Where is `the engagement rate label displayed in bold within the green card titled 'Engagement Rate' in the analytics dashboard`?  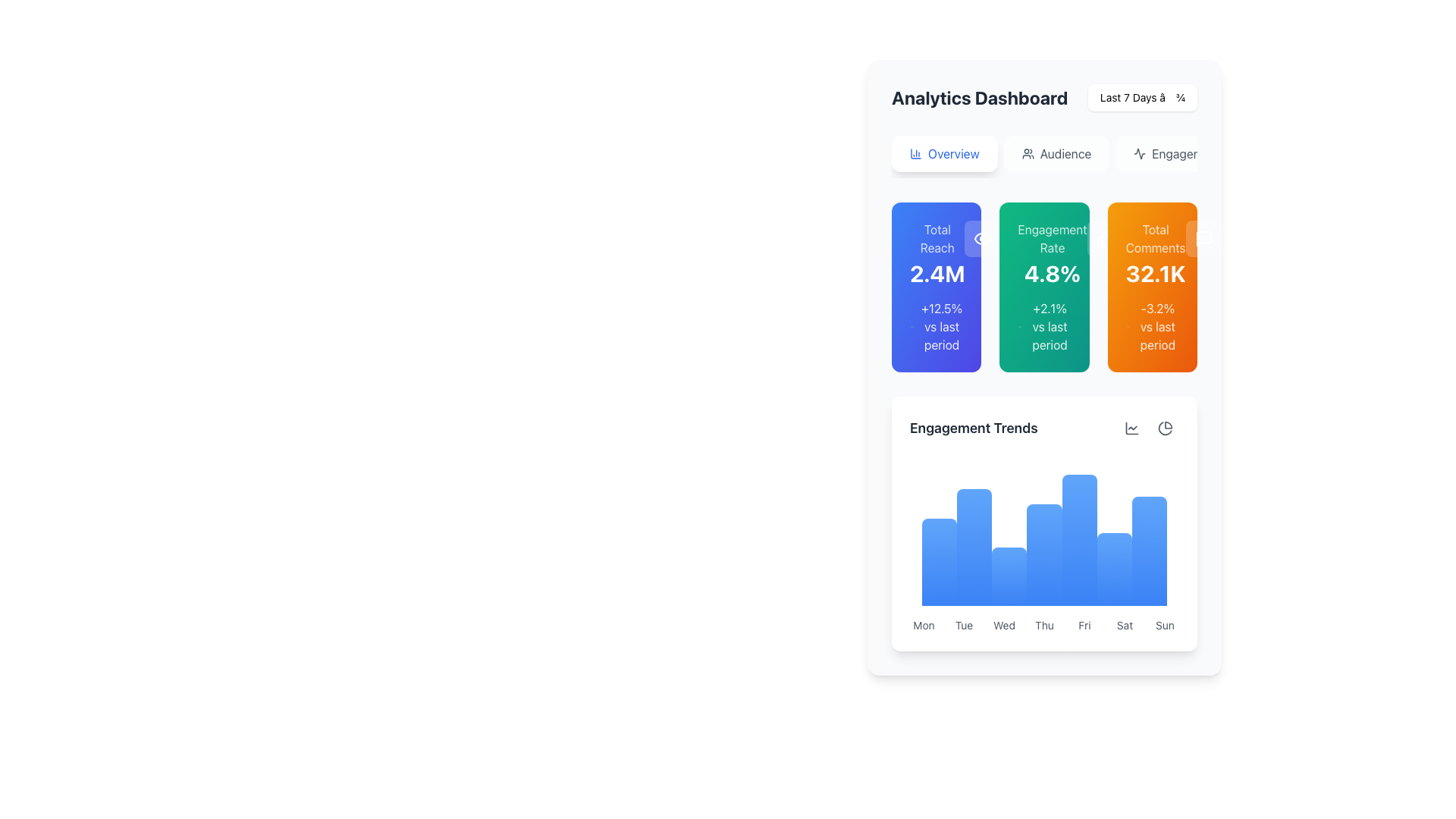
the engagement rate label displayed in bold within the green card titled 'Engagement Rate' in the analytics dashboard is located at coordinates (1051, 274).